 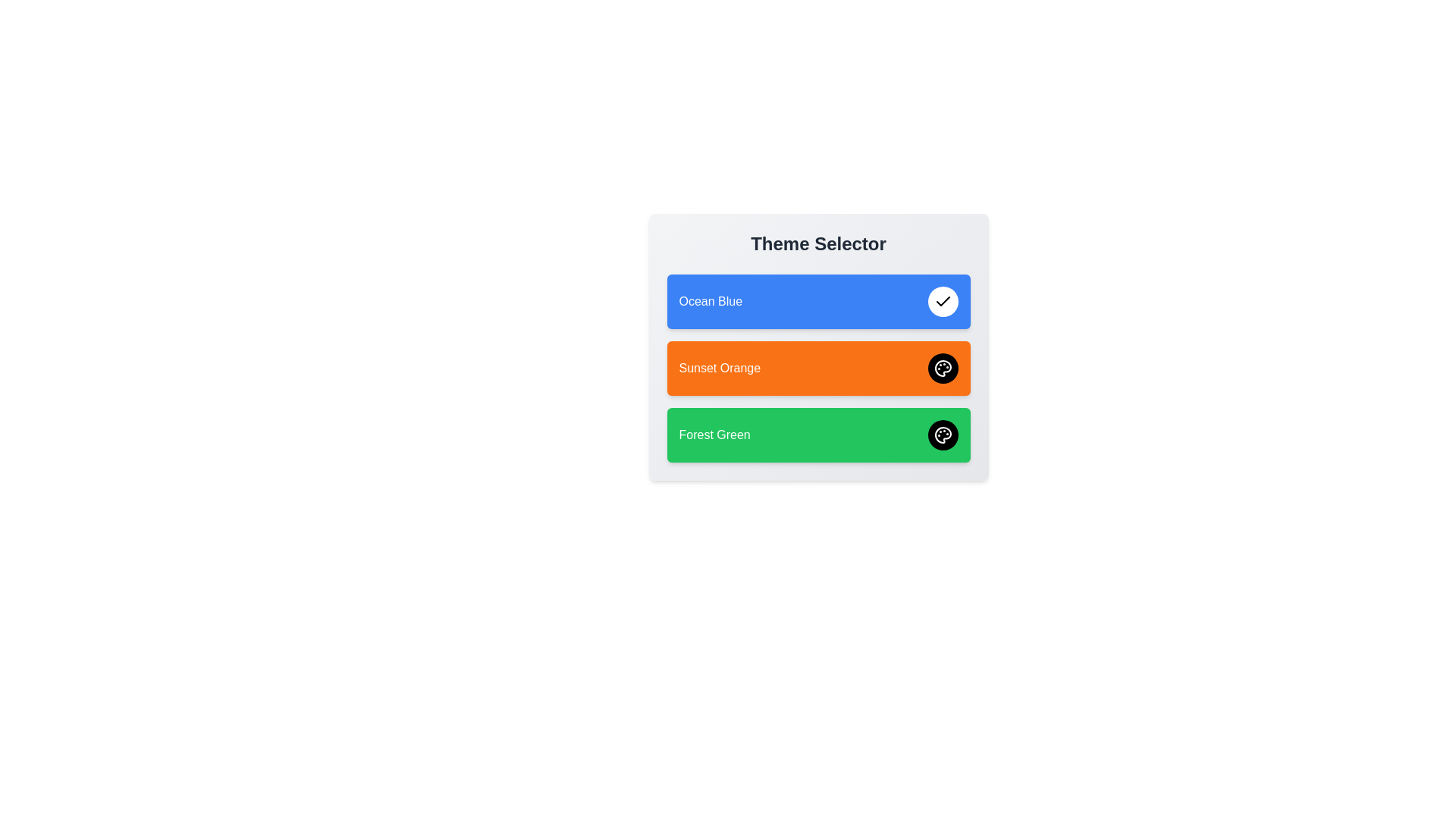 What do you see at coordinates (817, 369) in the screenshot?
I see `the theme Sunset Orange to inspect its visual representation` at bounding box center [817, 369].